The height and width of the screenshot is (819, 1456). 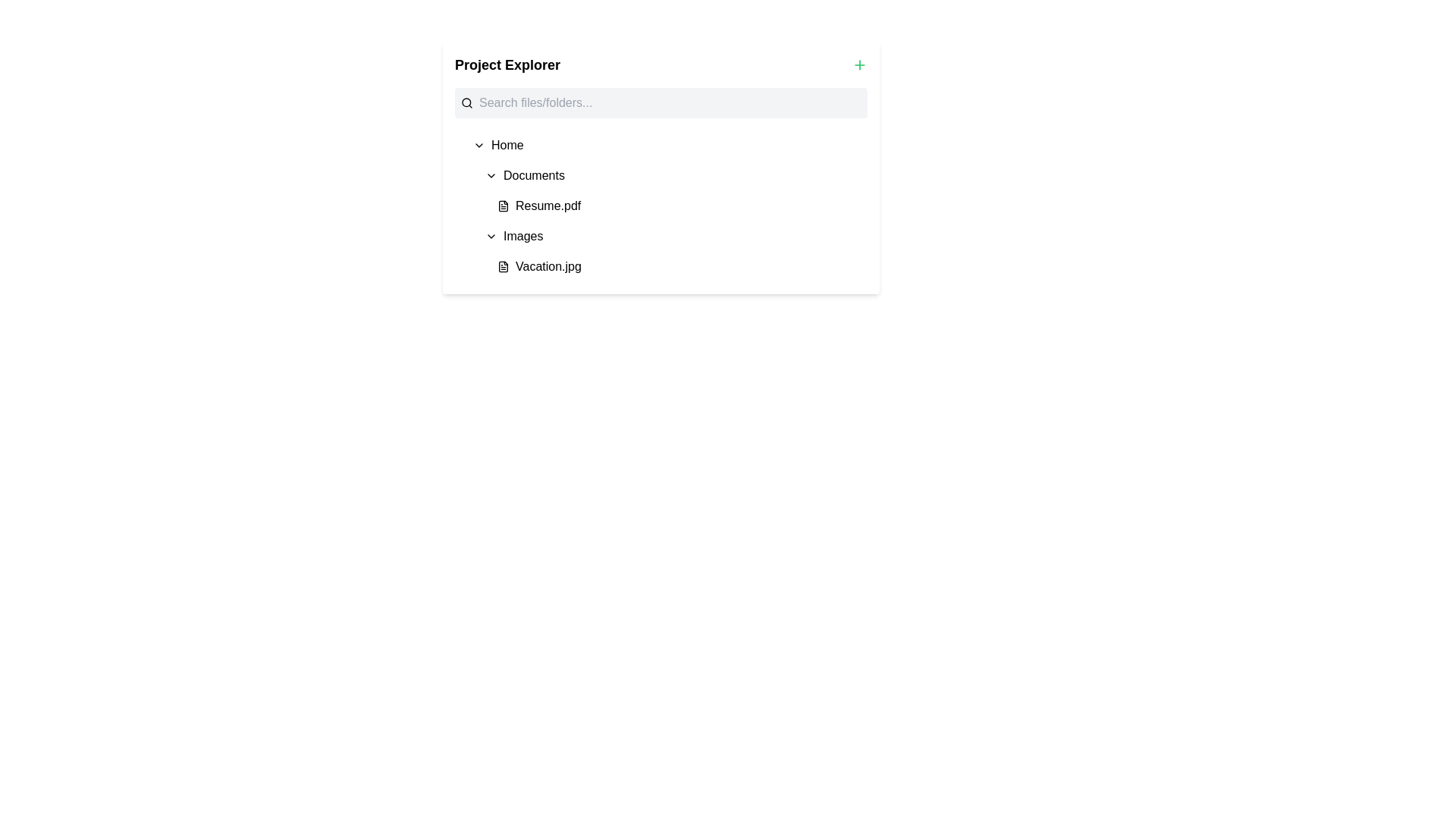 What do you see at coordinates (491, 237) in the screenshot?
I see `the icon located to the left of the 'Images' label` at bounding box center [491, 237].